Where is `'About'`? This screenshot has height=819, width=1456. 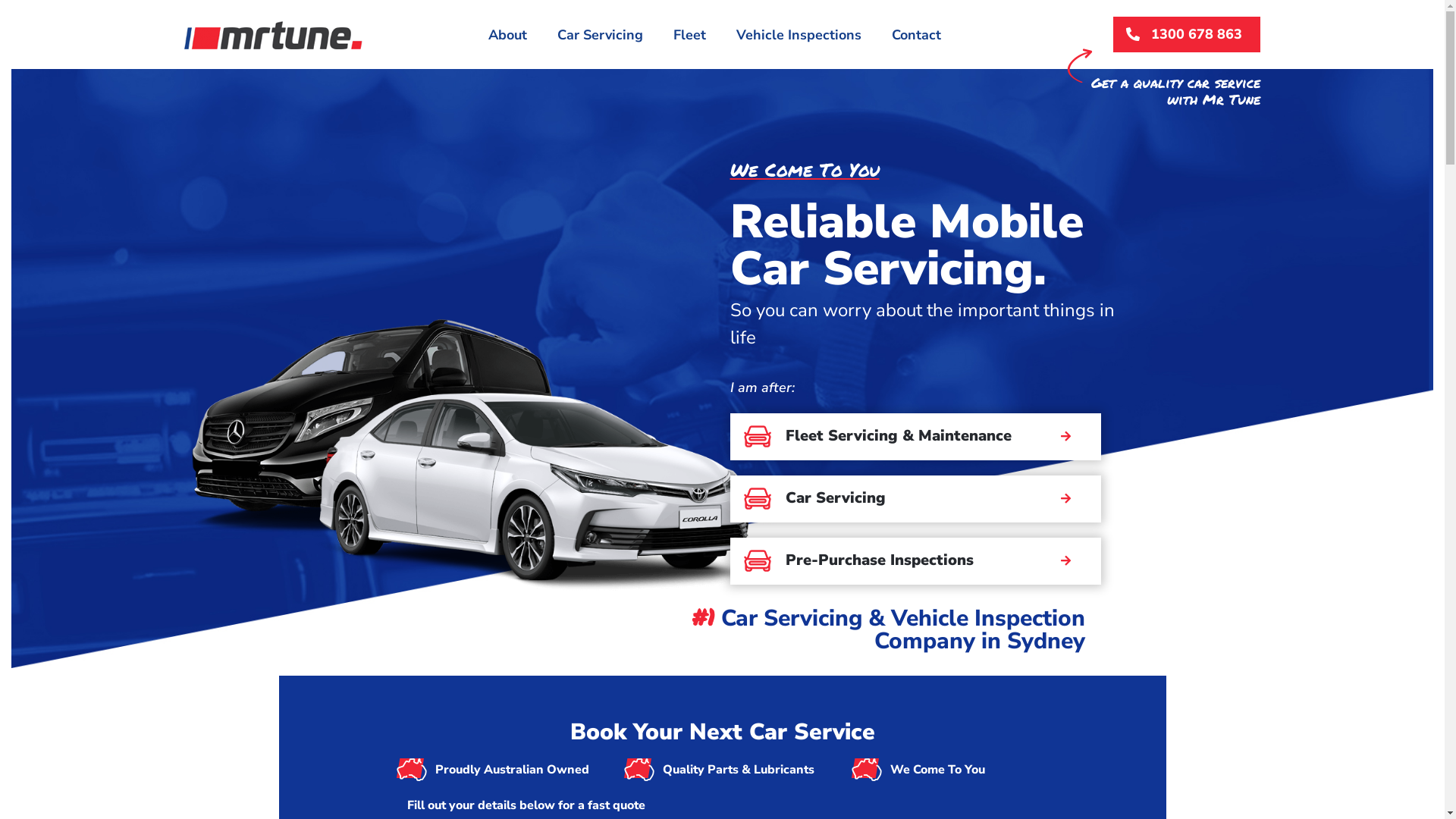
'About' is located at coordinates (507, 34).